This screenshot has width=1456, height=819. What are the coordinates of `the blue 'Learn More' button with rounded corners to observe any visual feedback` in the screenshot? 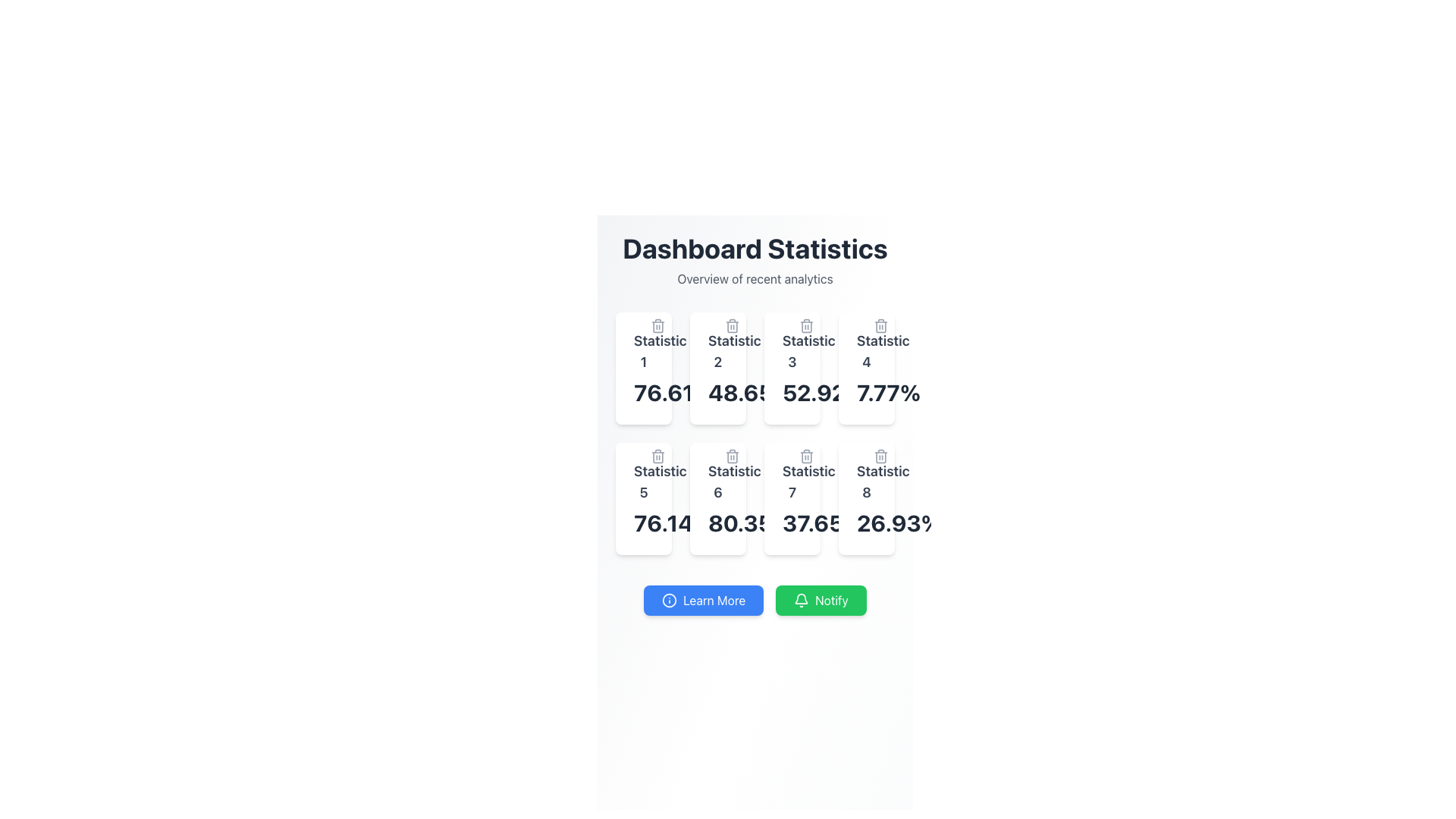 It's located at (703, 599).